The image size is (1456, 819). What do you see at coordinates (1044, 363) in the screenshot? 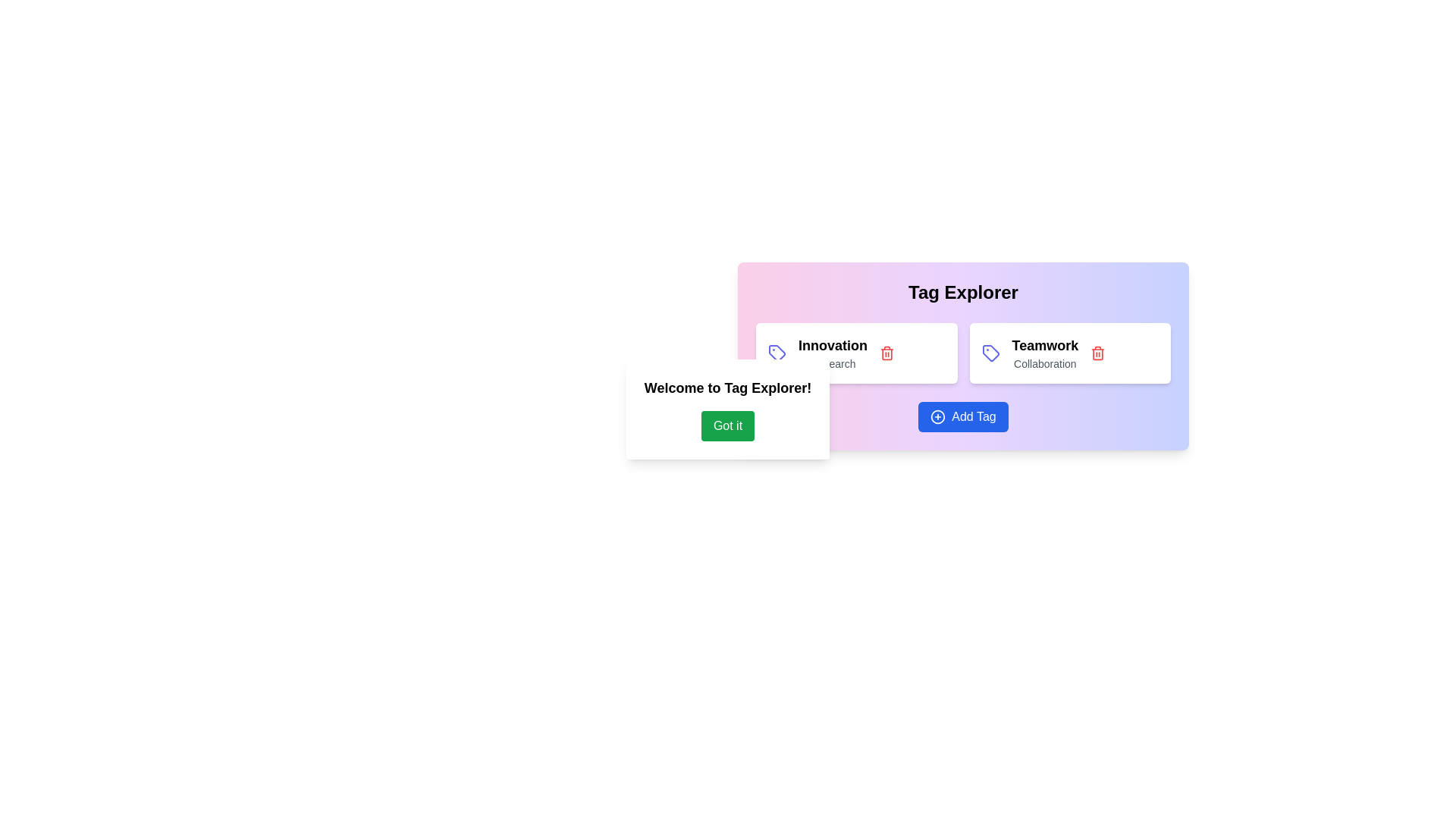
I see `the 'Collaboration' text label, which is a smaller gray font text located below the 'Teamwork' label in the top-right section of the main interface` at bounding box center [1044, 363].